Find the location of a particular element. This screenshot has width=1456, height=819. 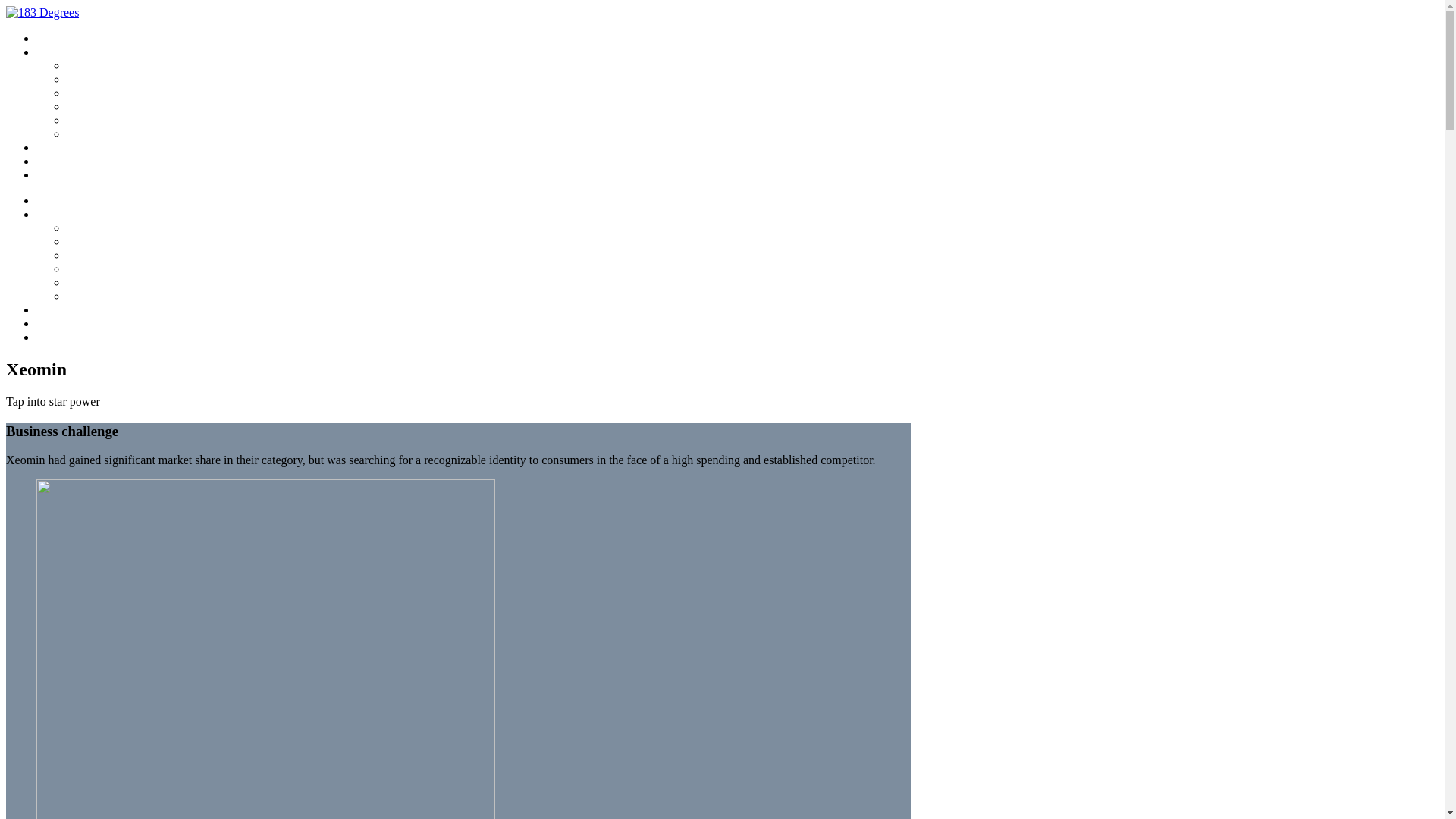

'Thermage FLX' is located at coordinates (101, 65).